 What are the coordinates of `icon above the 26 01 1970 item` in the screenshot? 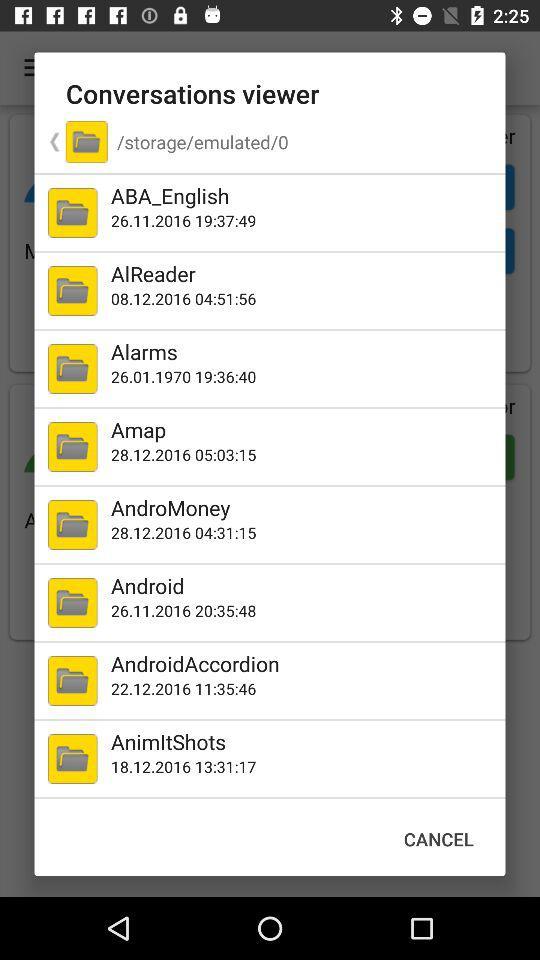 It's located at (303, 351).